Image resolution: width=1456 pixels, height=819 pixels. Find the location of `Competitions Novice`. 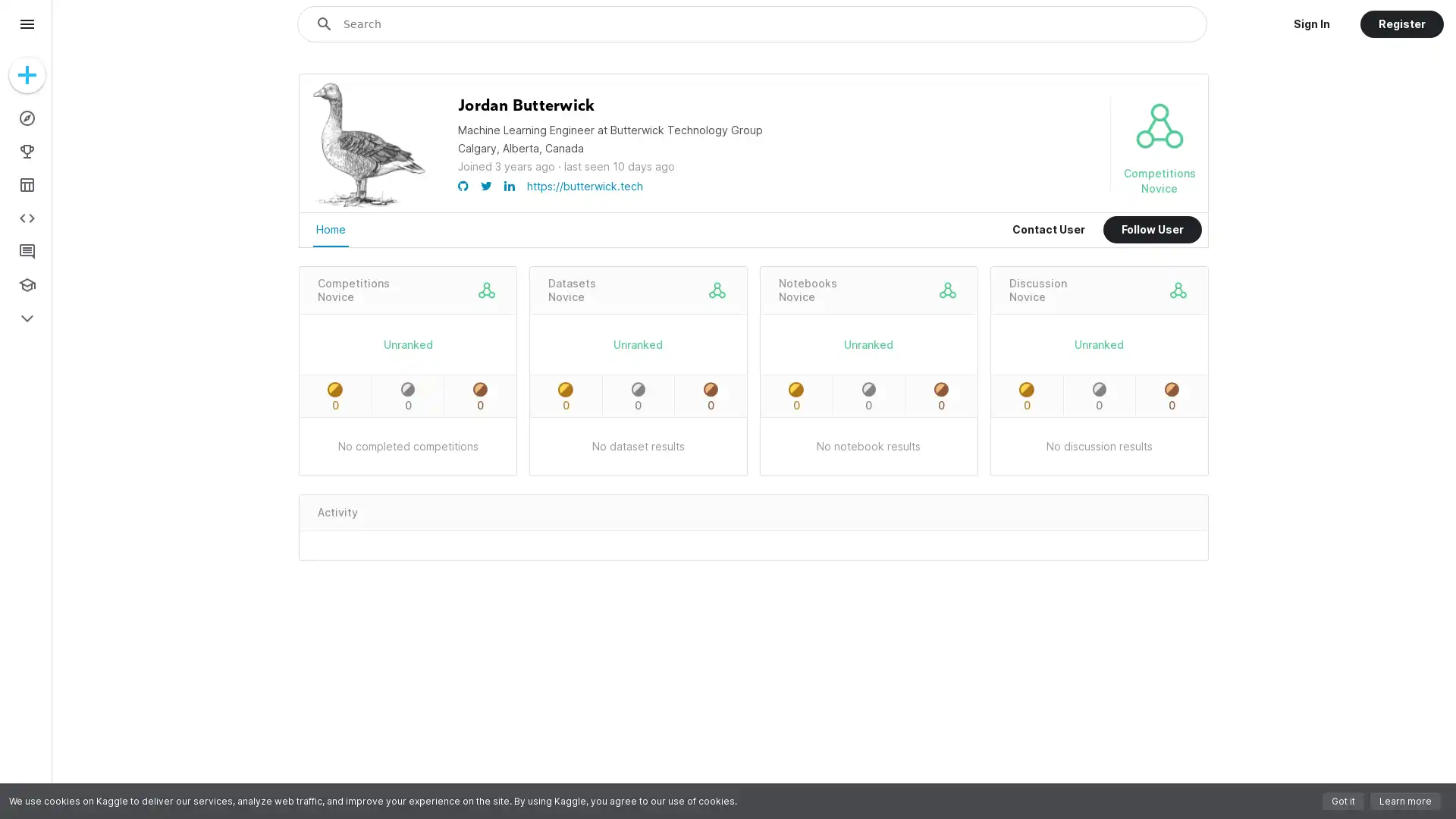

Competitions Novice is located at coordinates (353, 290).